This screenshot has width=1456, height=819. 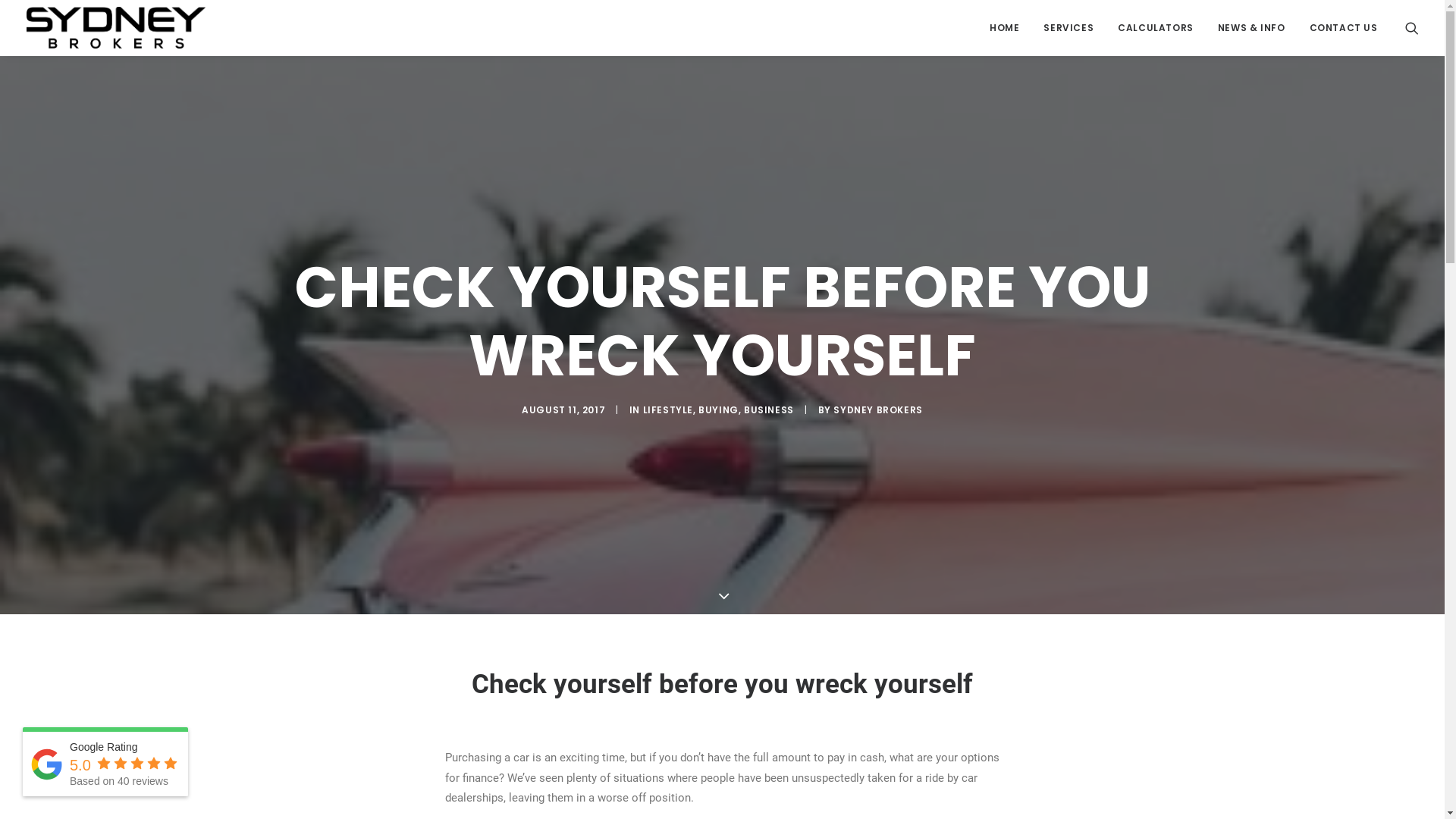 I want to click on 'SERVICES', so click(x=1068, y=27).